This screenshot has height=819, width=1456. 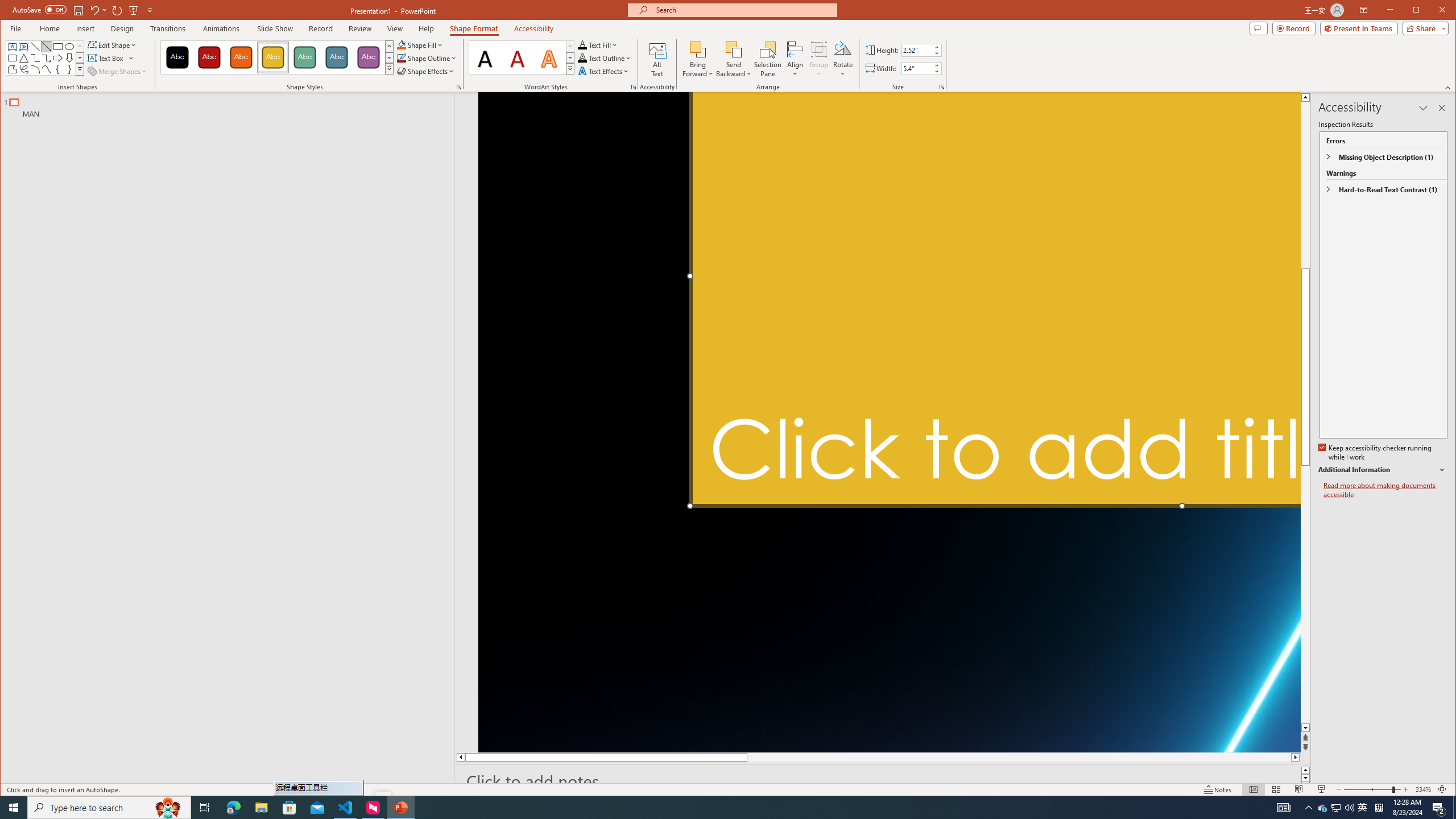 What do you see at coordinates (46, 58) in the screenshot?
I see `'Connector: Elbow Arrow'` at bounding box center [46, 58].